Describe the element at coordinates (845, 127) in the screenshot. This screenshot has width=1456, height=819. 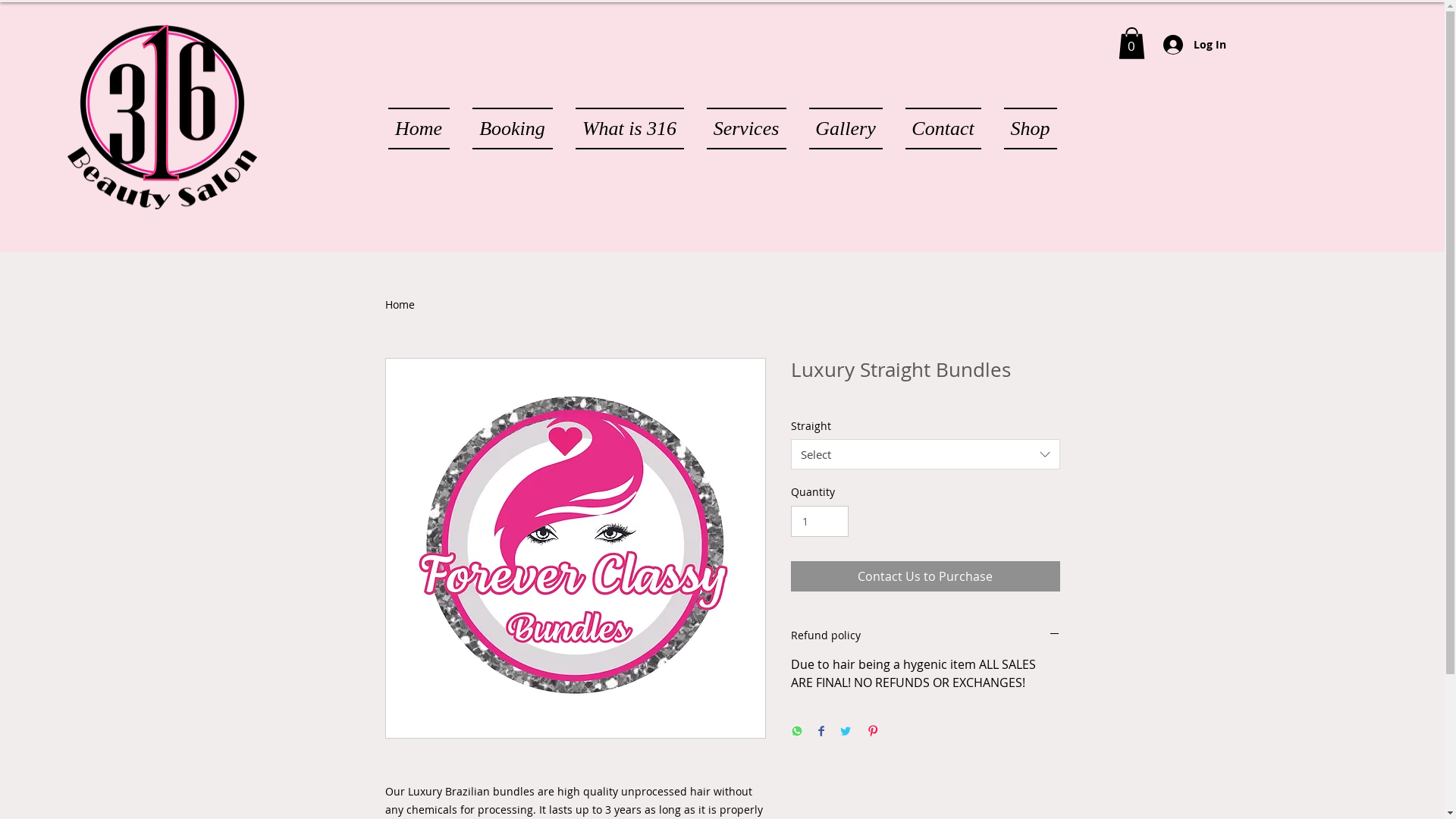
I see `'Gallery'` at that location.